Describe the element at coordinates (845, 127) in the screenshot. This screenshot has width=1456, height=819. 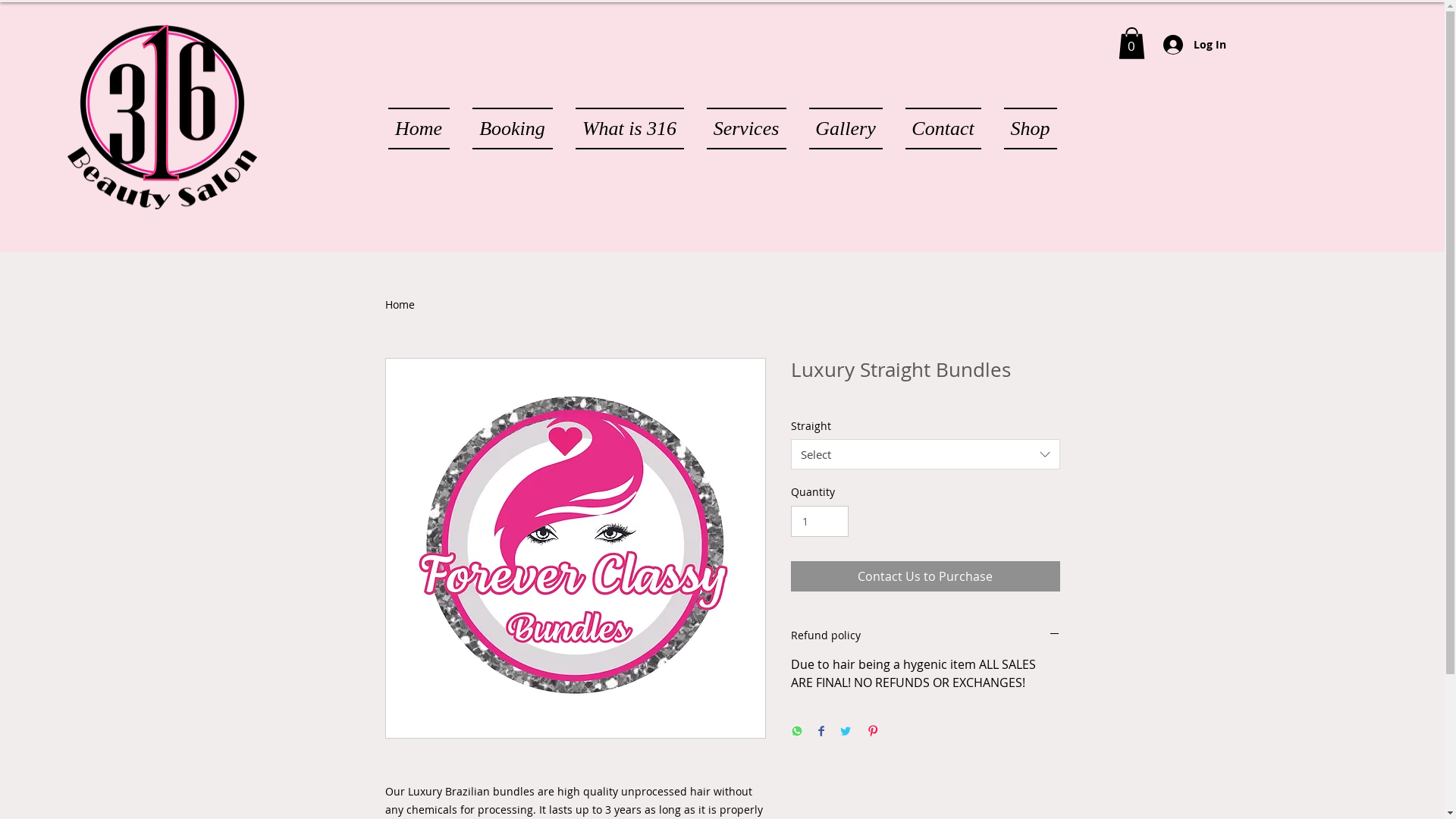
I see `'Gallery'` at that location.